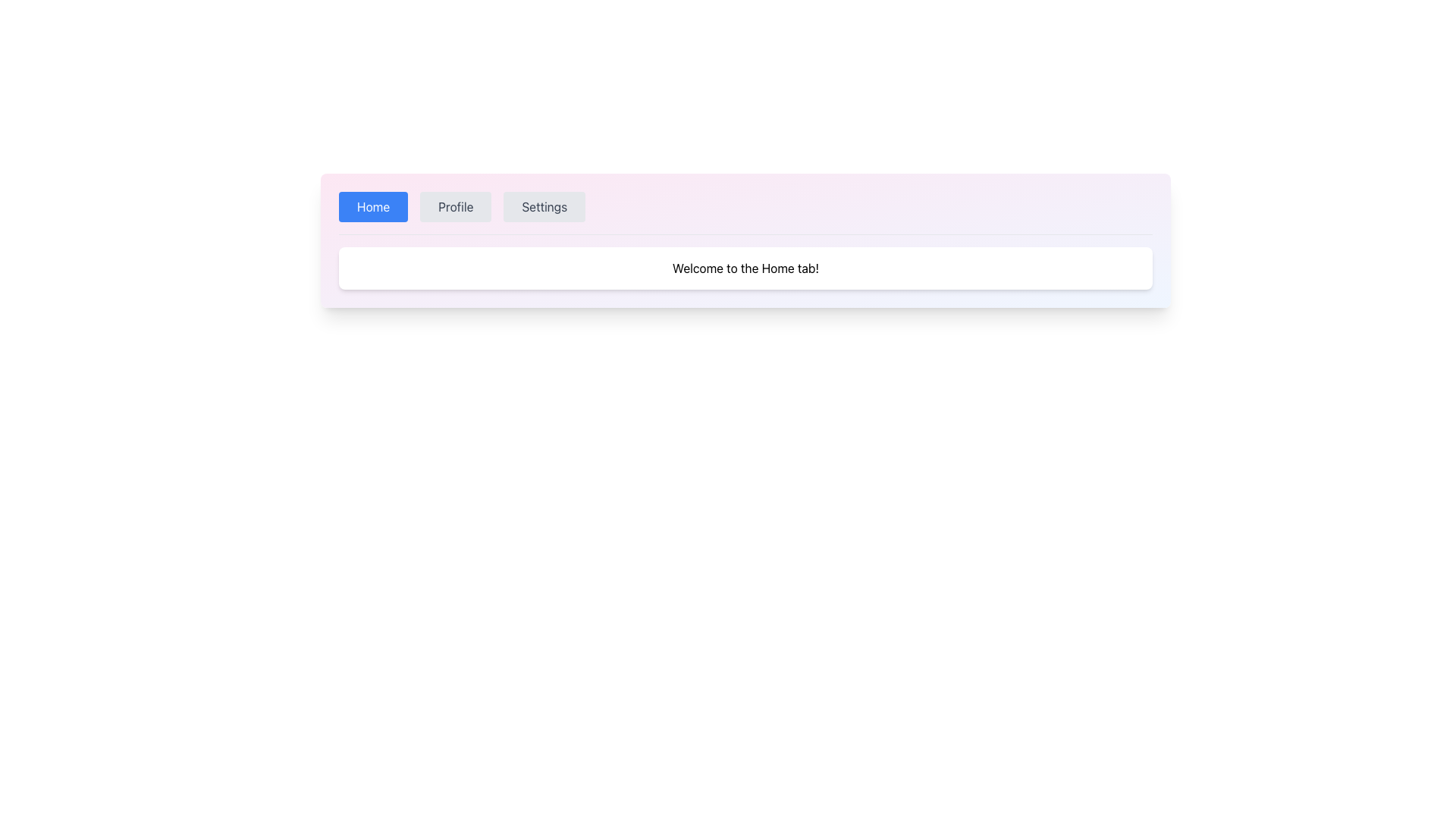 The height and width of the screenshot is (819, 1456). What do you see at coordinates (455, 207) in the screenshot?
I see `the 'Profile' button located in the navigation bar` at bounding box center [455, 207].